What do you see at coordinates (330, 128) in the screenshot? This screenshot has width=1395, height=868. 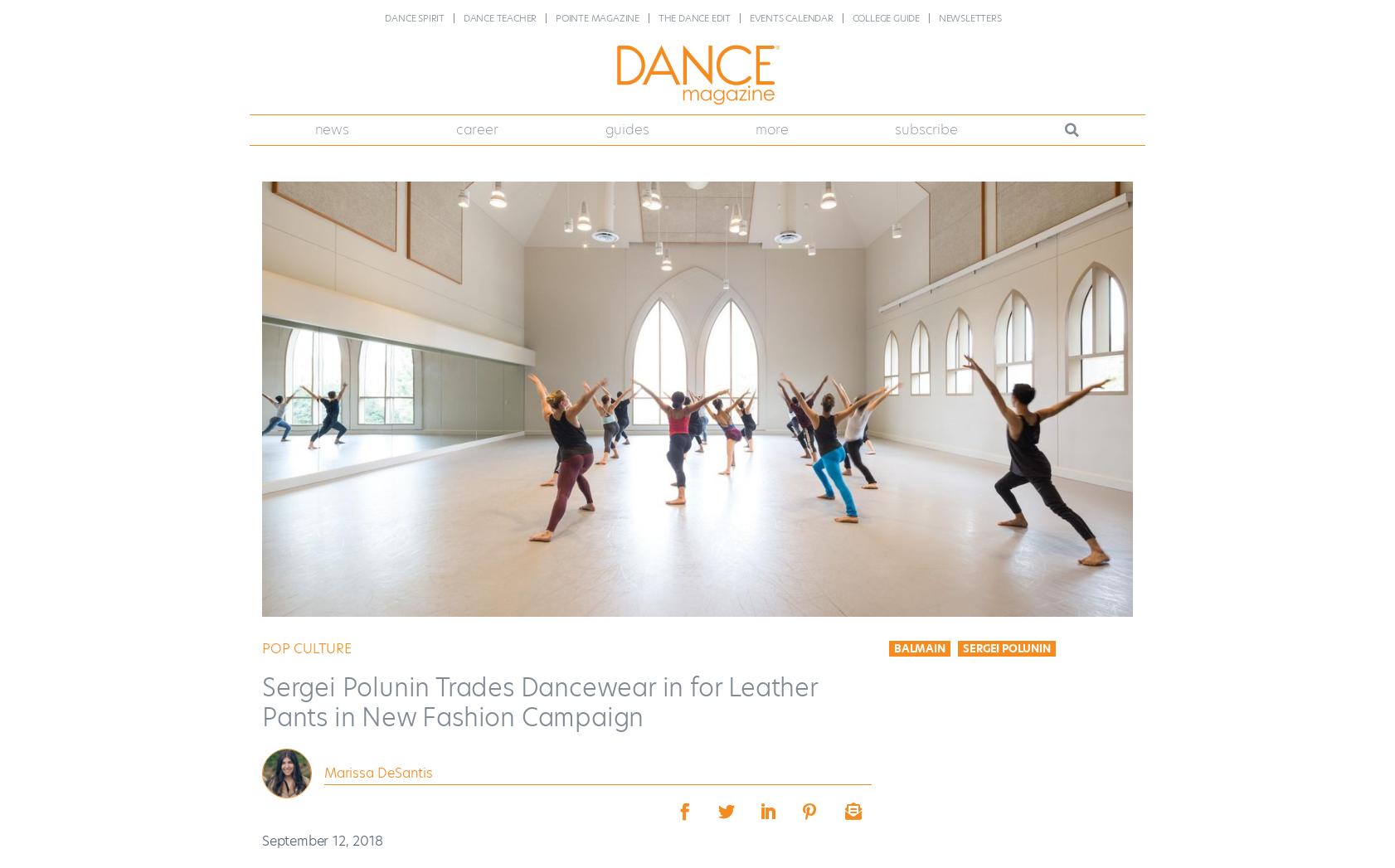 I see `'News'` at bounding box center [330, 128].